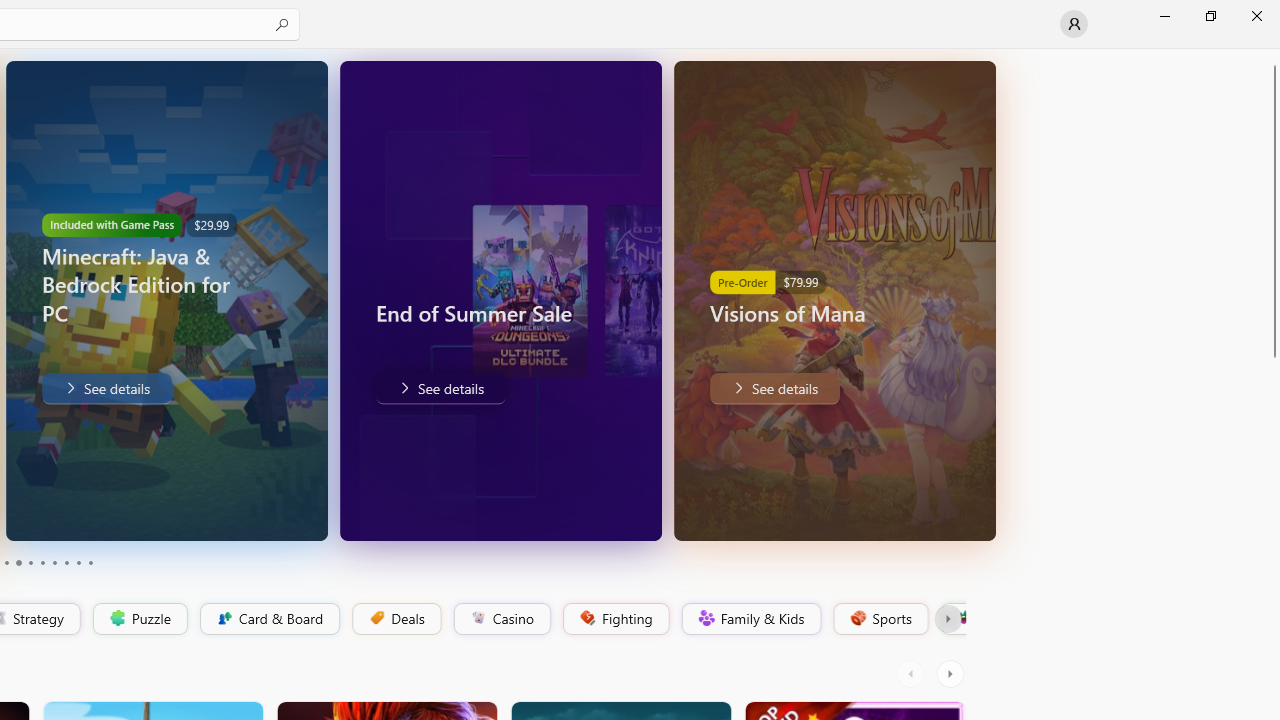  What do you see at coordinates (1271, 54) in the screenshot?
I see `'Vertical Small Decrease'` at bounding box center [1271, 54].